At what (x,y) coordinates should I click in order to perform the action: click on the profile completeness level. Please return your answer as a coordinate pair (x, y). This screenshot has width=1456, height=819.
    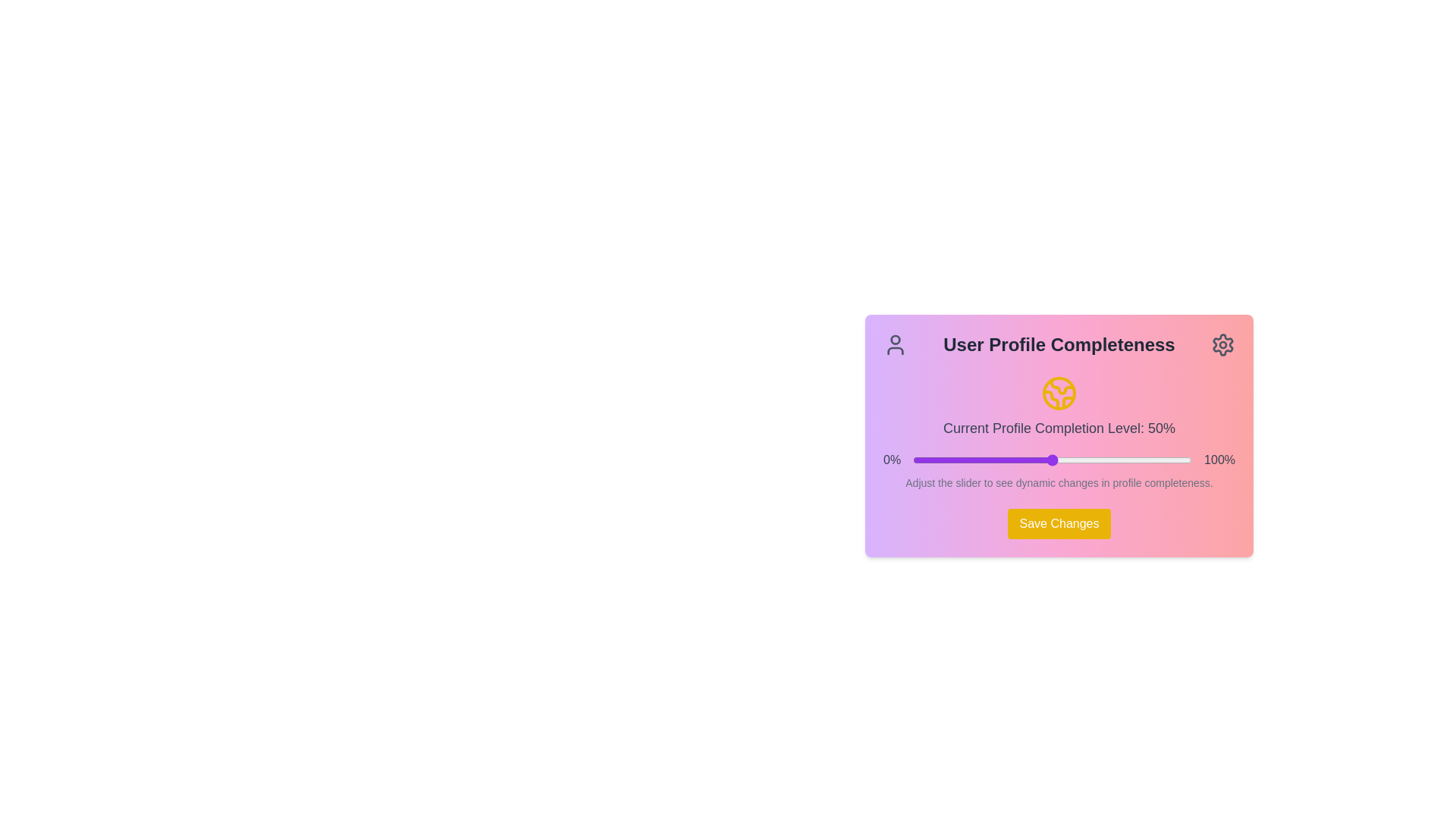
    Looking at the image, I should click on (1111, 459).